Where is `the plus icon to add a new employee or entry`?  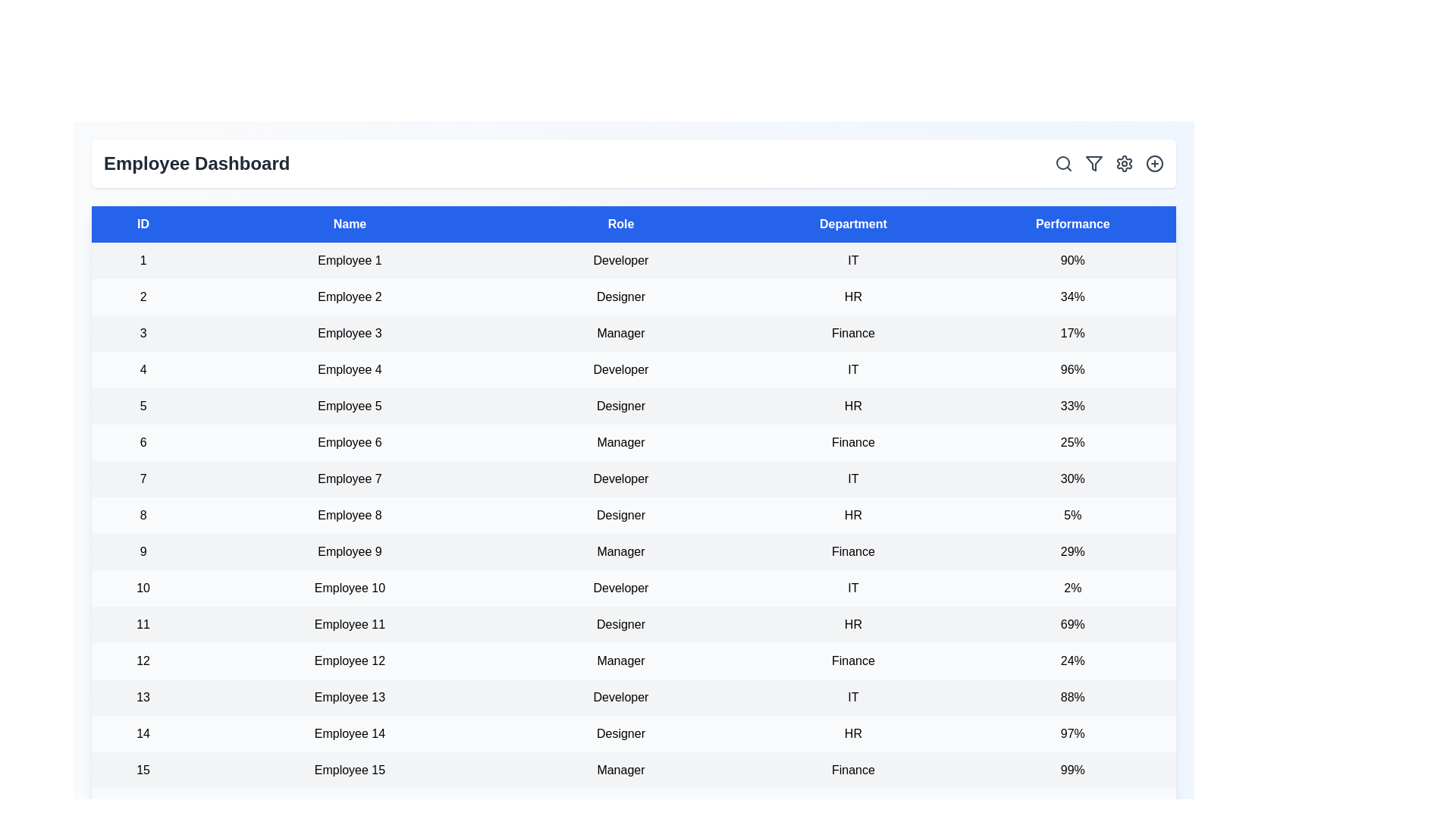 the plus icon to add a new employee or entry is located at coordinates (1153, 164).